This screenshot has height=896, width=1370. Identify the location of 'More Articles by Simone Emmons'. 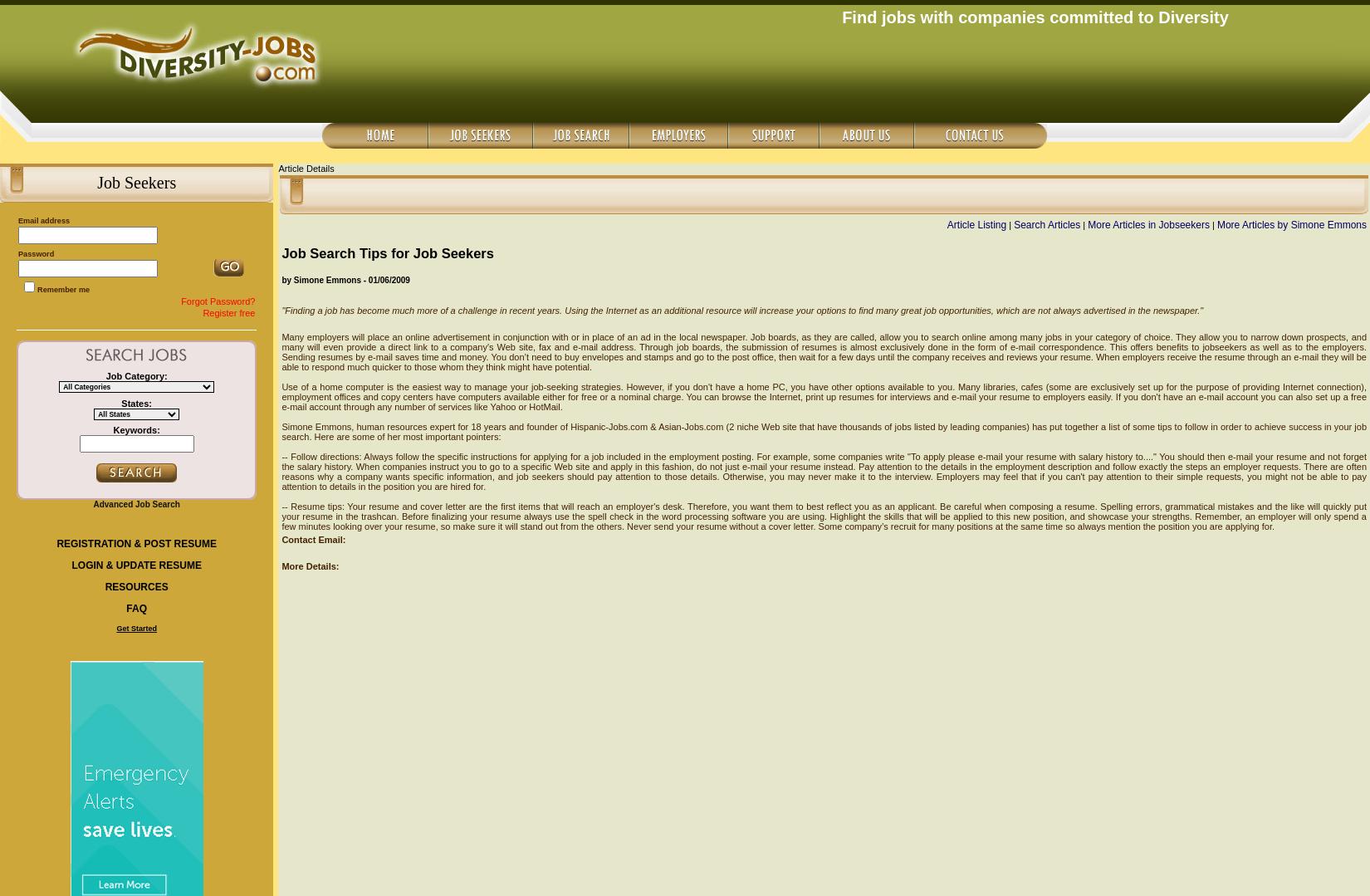
(1216, 225).